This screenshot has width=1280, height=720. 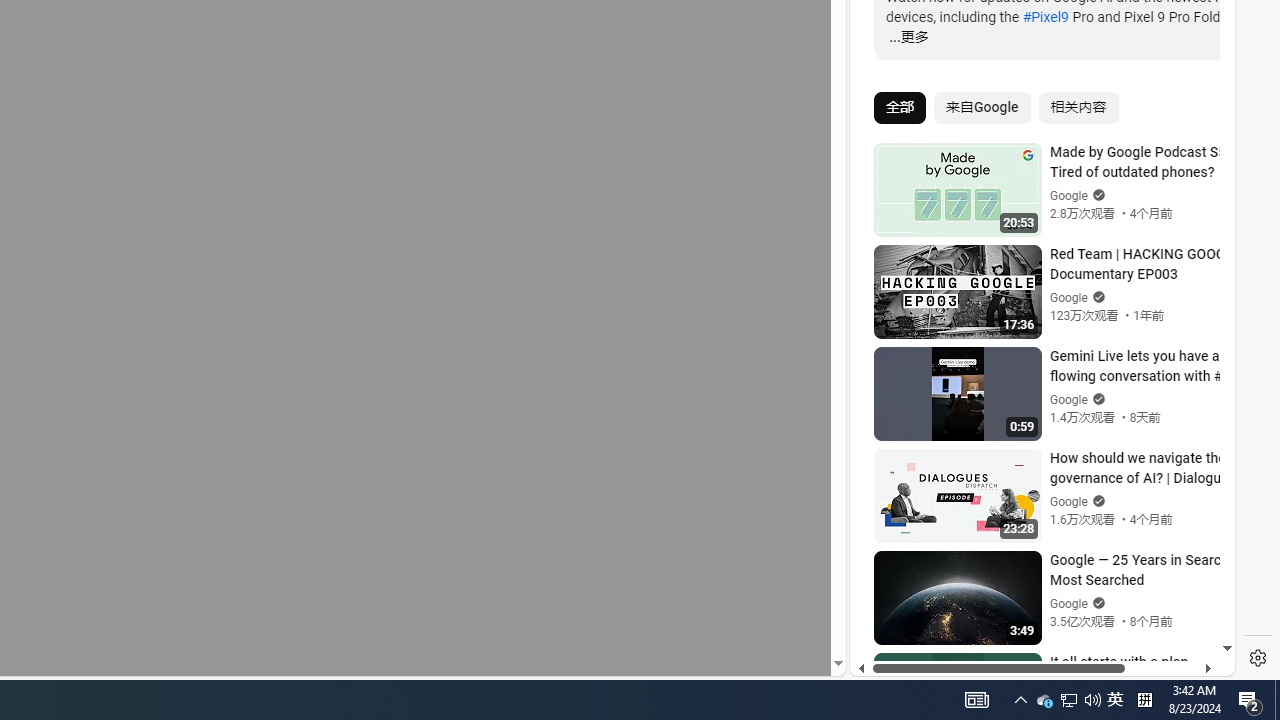 I want to click on '#Pixel9', so click(x=1044, y=16).